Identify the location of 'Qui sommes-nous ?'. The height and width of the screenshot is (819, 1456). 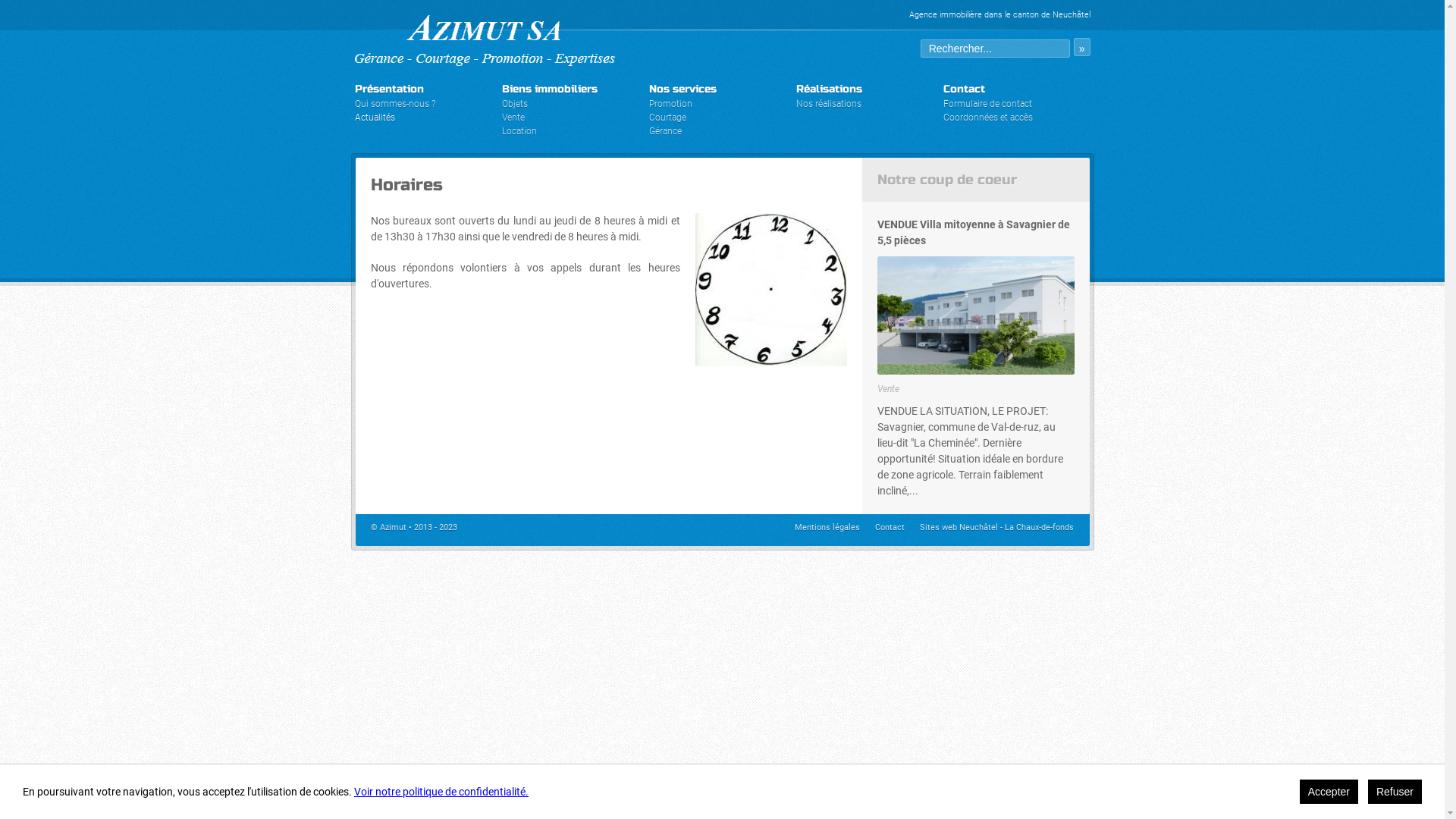
(395, 103).